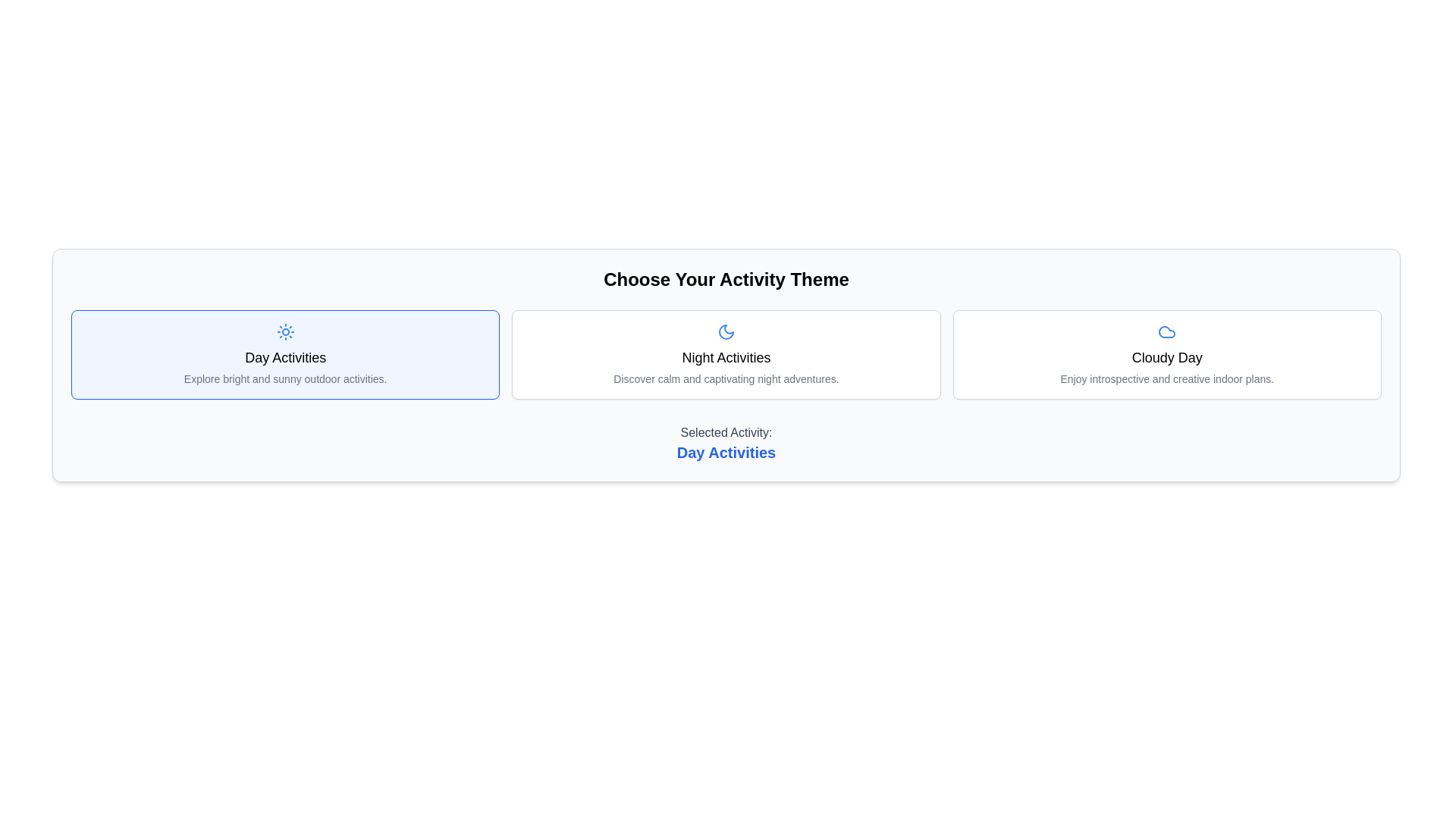 This screenshot has height=819, width=1456. Describe the element at coordinates (285, 331) in the screenshot. I see `the blue sun icon located within the 'Day Activities' card, which has a light blue background and rounded border, positioned above the text 'Day Activities' and 'Explore bright and sunny outdoor activities.'` at that location.